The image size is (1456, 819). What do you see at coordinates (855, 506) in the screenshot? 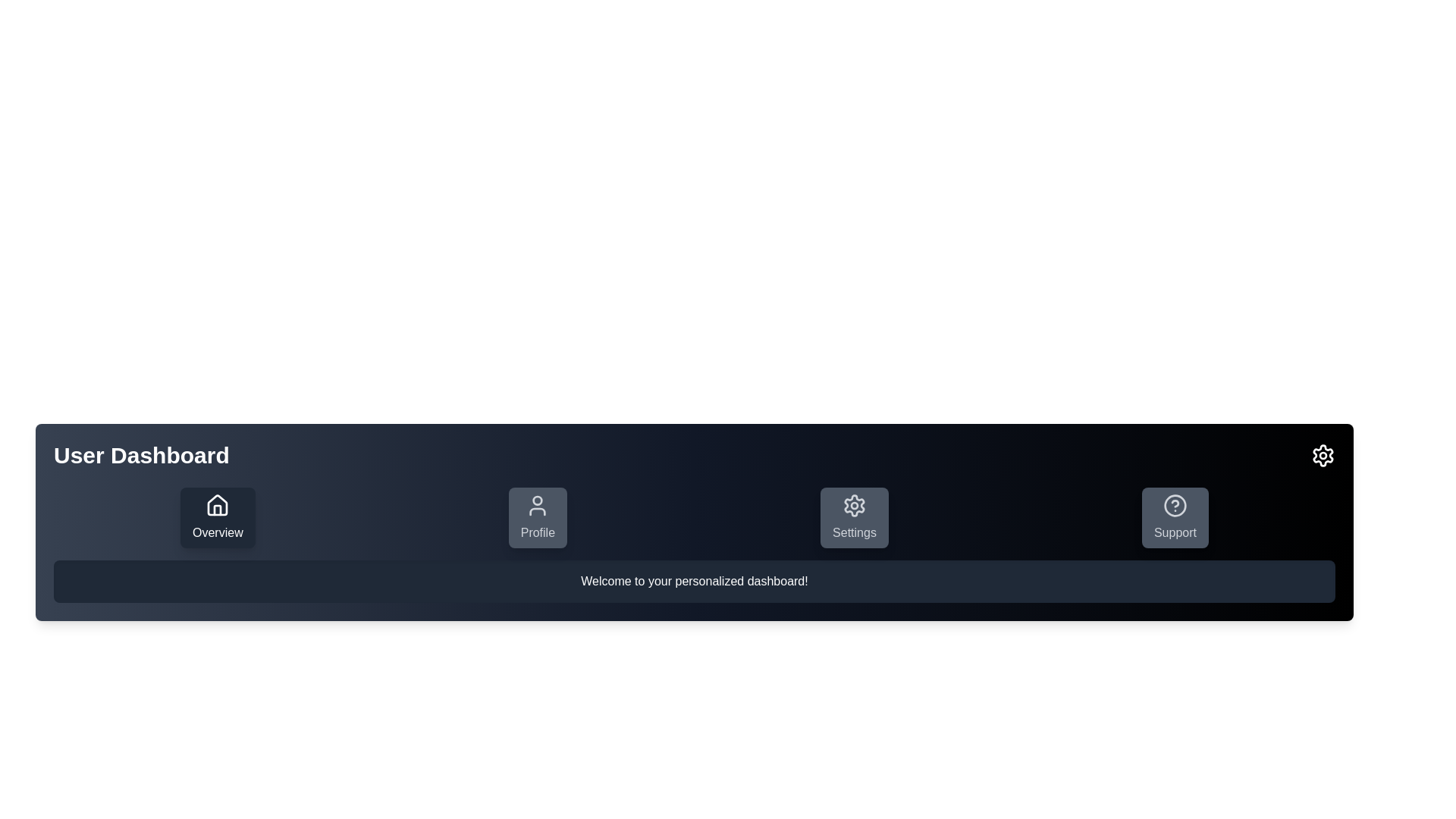
I see `the gear icon in the 'Settings' button located in the middle-right section of the application's navigation bar` at bounding box center [855, 506].